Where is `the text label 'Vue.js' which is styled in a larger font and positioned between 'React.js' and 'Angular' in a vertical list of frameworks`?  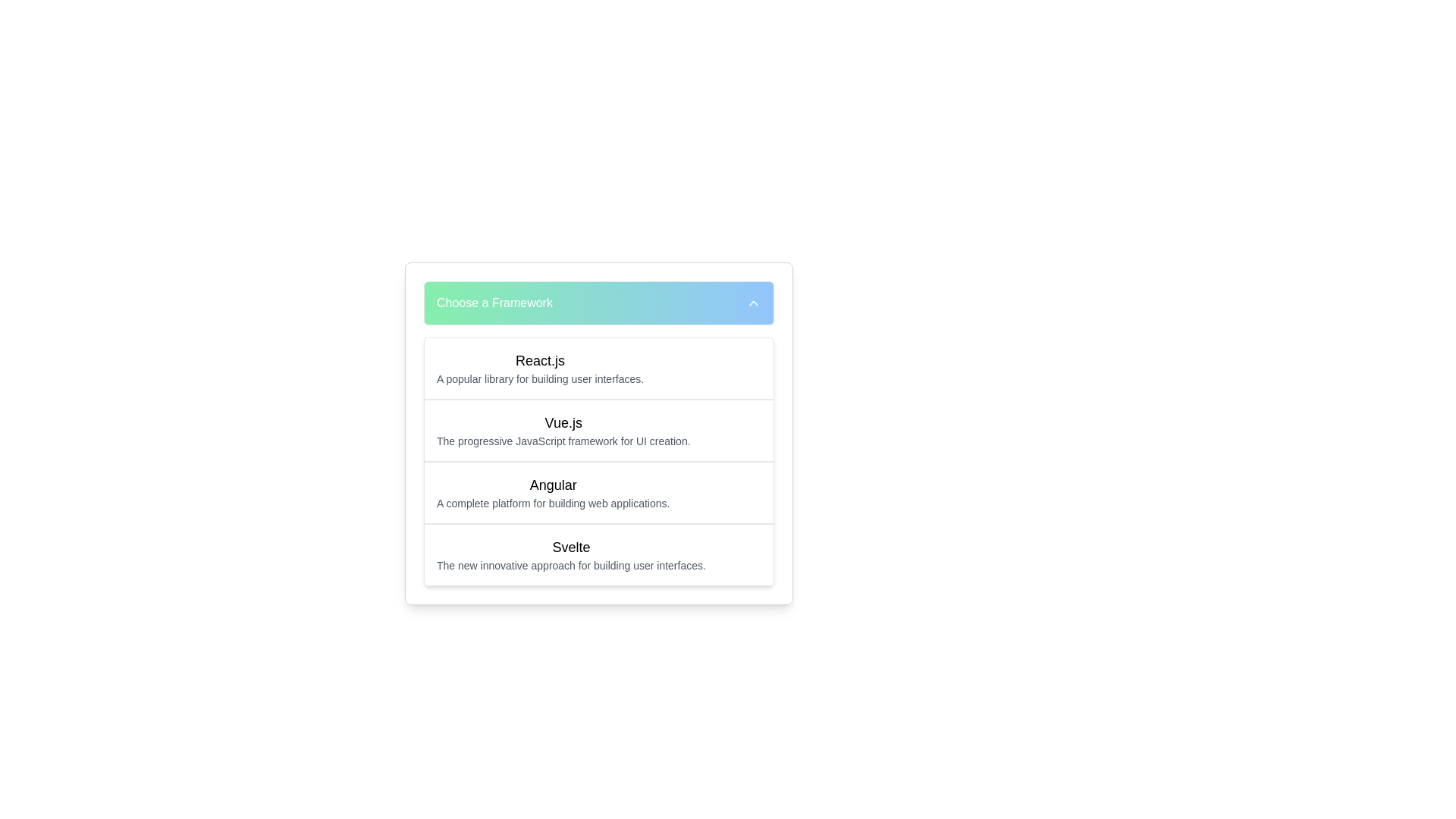
the text label 'Vue.js' which is styled in a larger font and positioned between 'React.js' and 'Angular' in a vertical list of frameworks is located at coordinates (563, 423).